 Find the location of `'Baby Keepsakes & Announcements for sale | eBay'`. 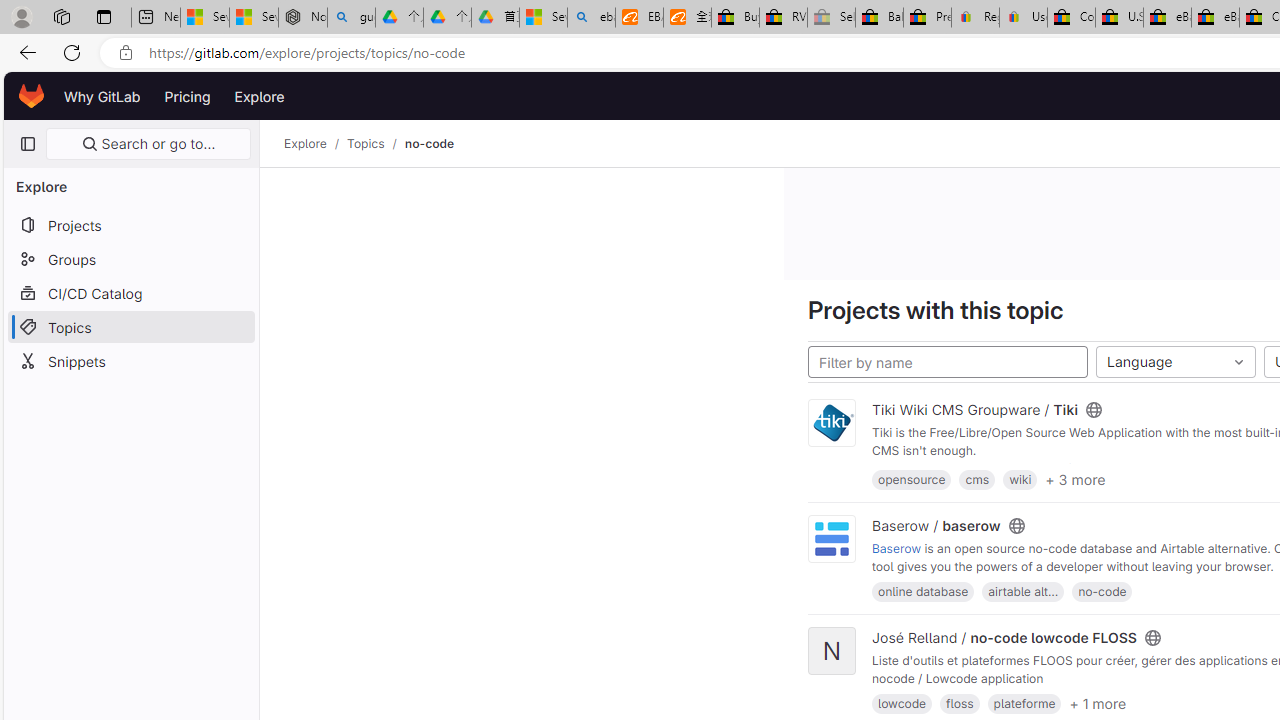

'Baby Keepsakes & Announcements for sale | eBay' is located at coordinates (879, 17).